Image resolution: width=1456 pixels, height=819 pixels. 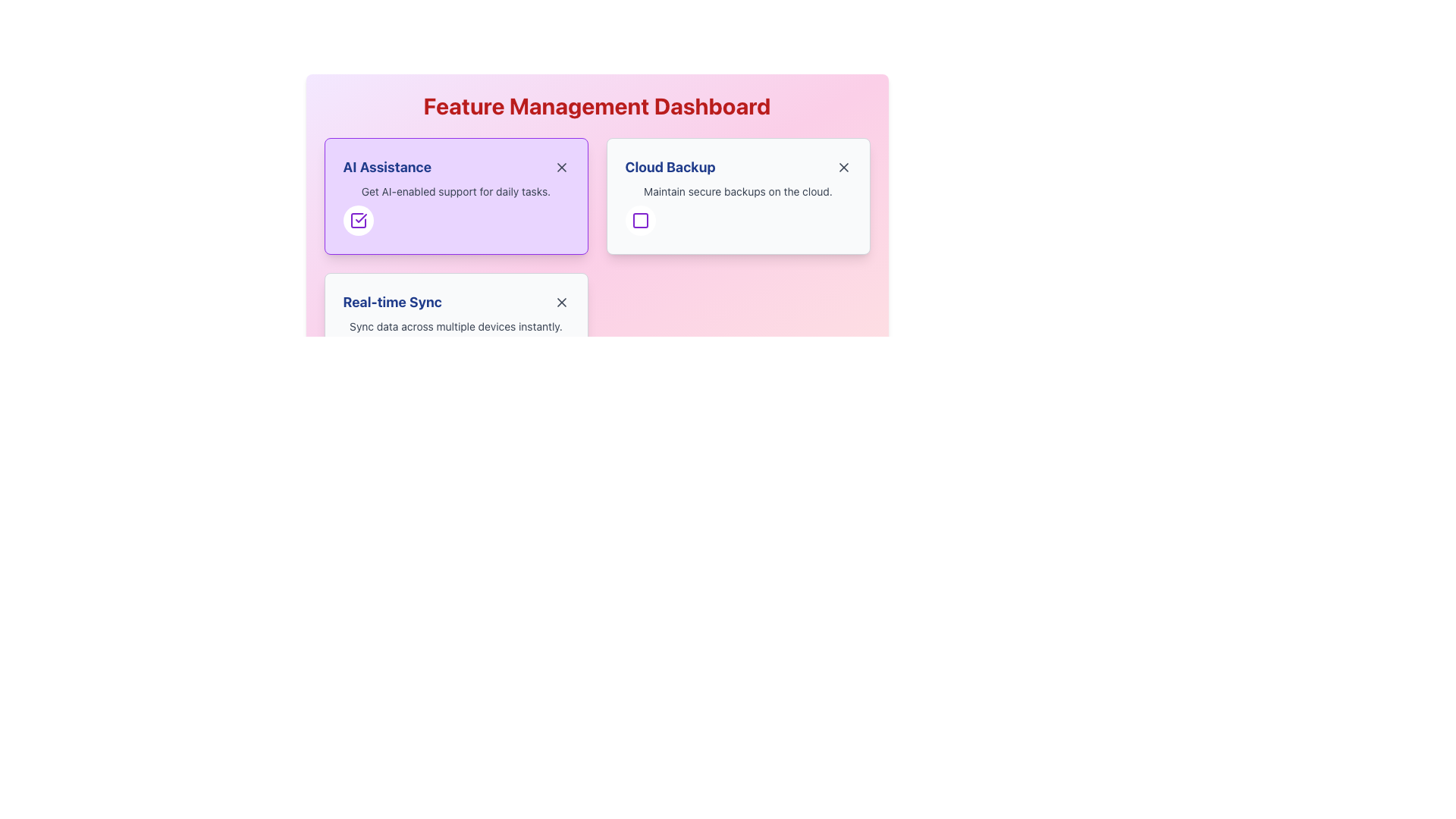 I want to click on text label that states 'Get AI-enabled support for daily tasks.' located under the title 'AI Assistance' within a rounded card on the center-left of the interface, so click(x=455, y=191).